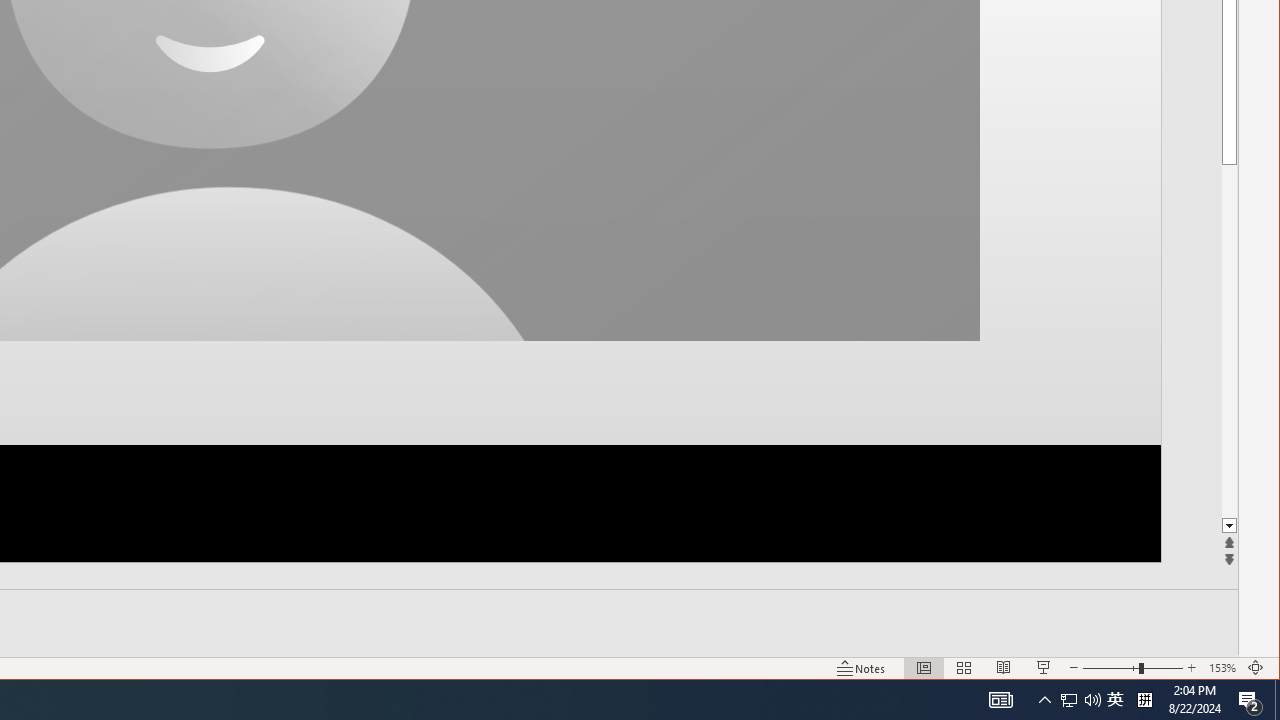  What do you see at coordinates (1250, 698) in the screenshot?
I see `'Action Center, 2 new notifications'` at bounding box center [1250, 698].